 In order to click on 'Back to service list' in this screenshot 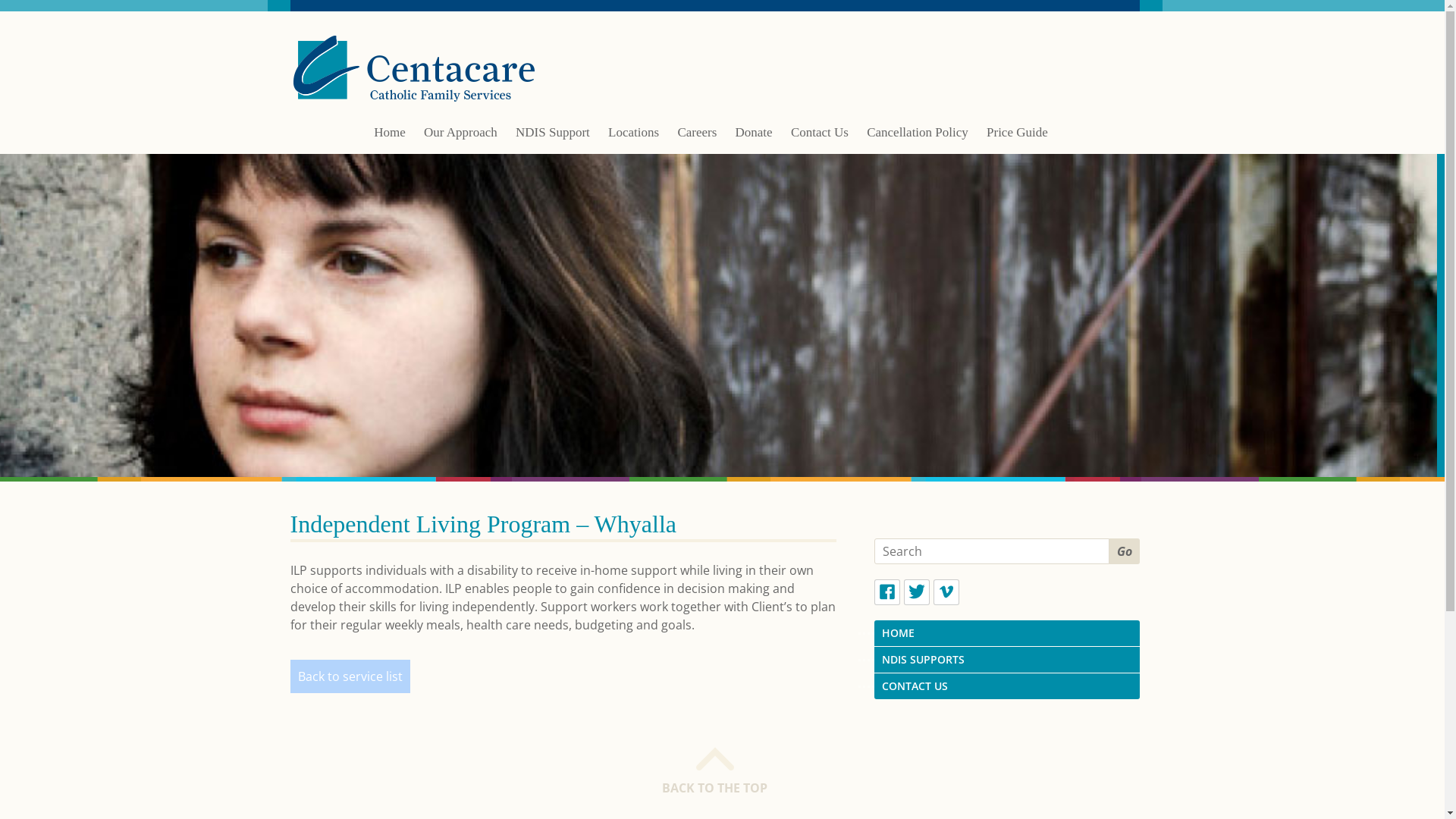, I will do `click(348, 675)`.